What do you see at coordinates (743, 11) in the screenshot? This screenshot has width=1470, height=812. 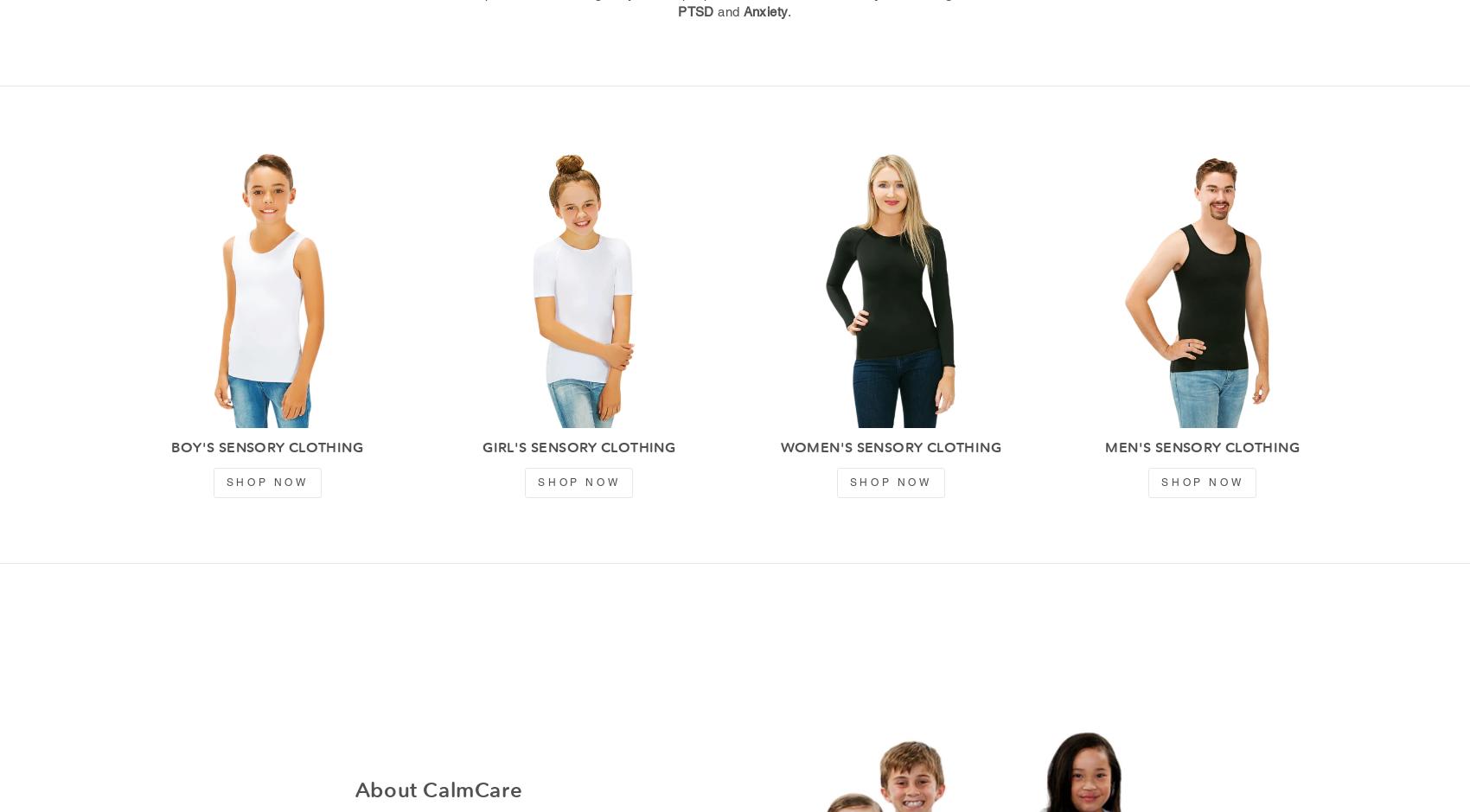 I see `'Anxiety'` at bounding box center [743, 11].